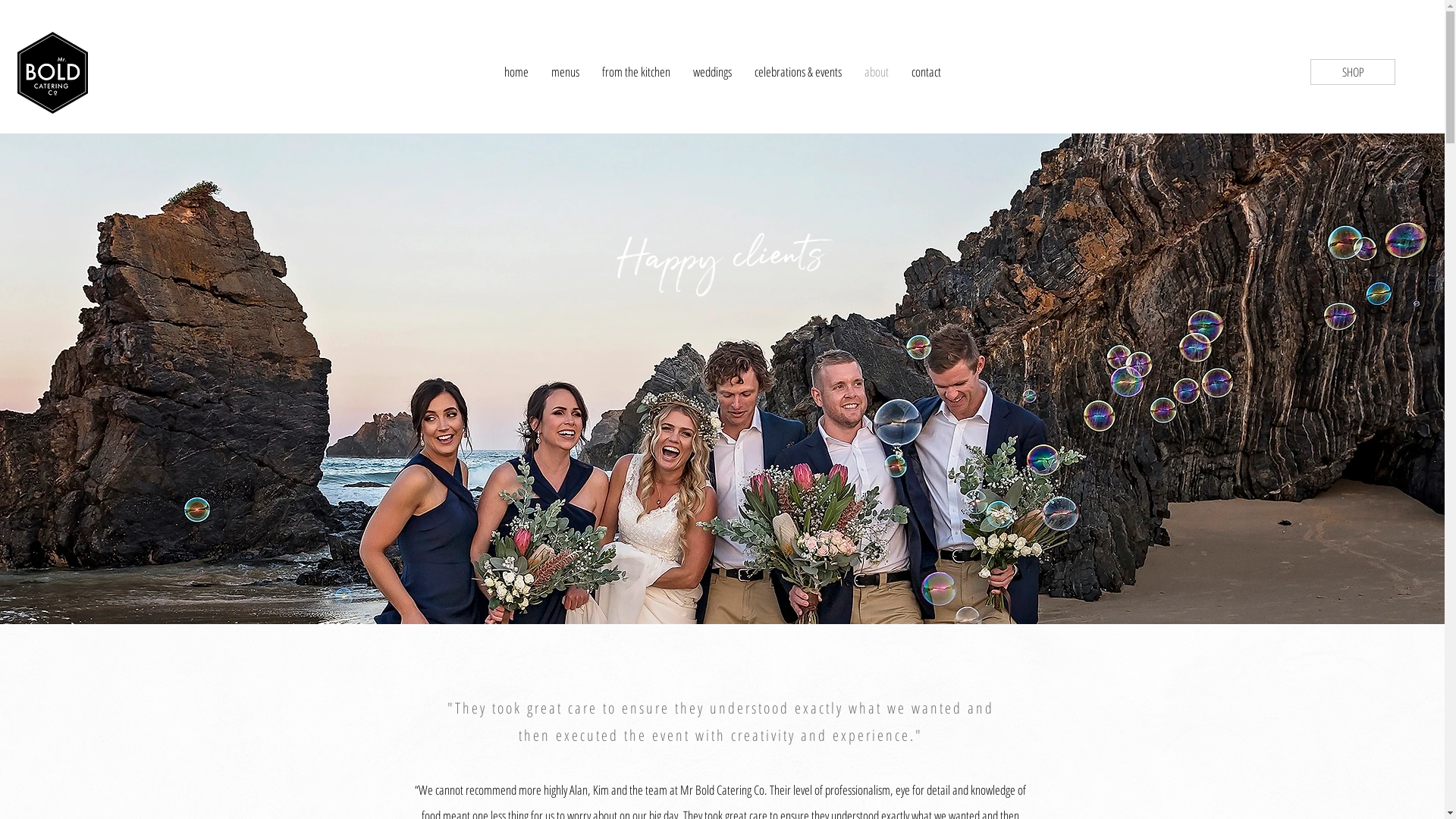 This screenshot has height=819, width=1456. I want to click on 'celebrations & events', so click(797, 71).